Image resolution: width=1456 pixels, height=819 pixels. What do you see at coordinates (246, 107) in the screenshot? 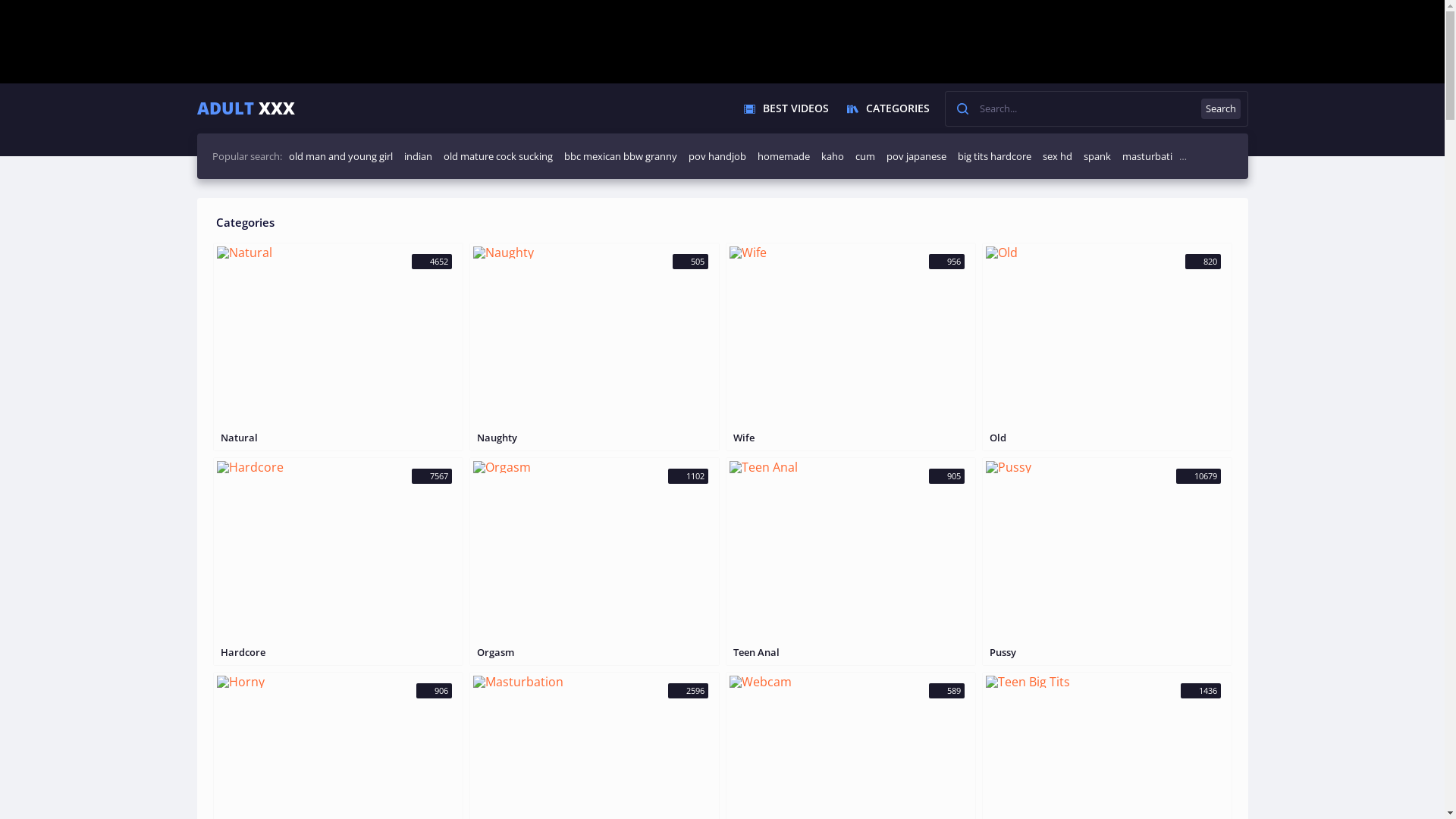
I see `'ADULT XXX'` at bounding box center [246, 107].